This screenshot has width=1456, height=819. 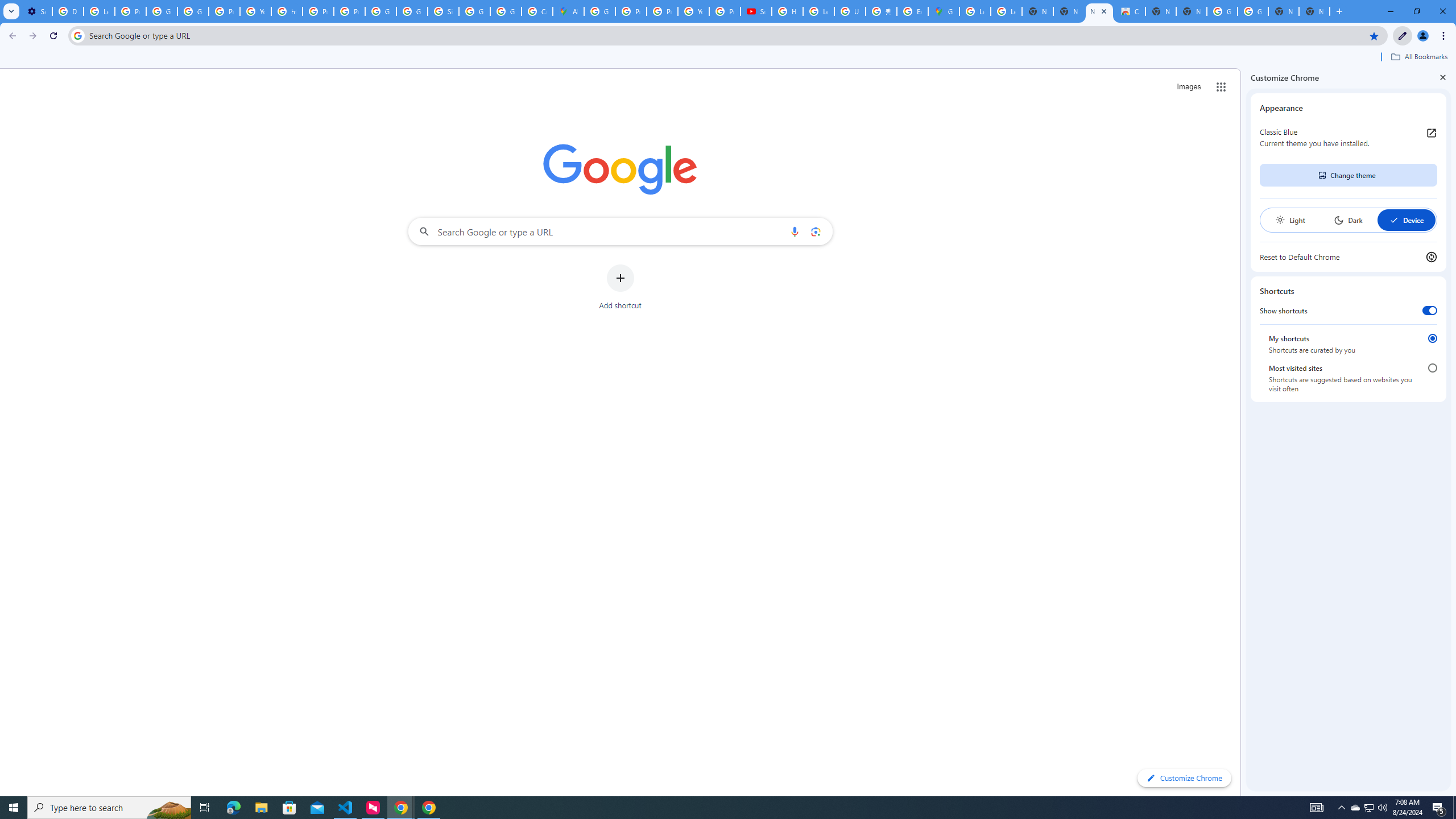 I want to click on 'Subscriptions - YouTube', so click(x=755, y=11).